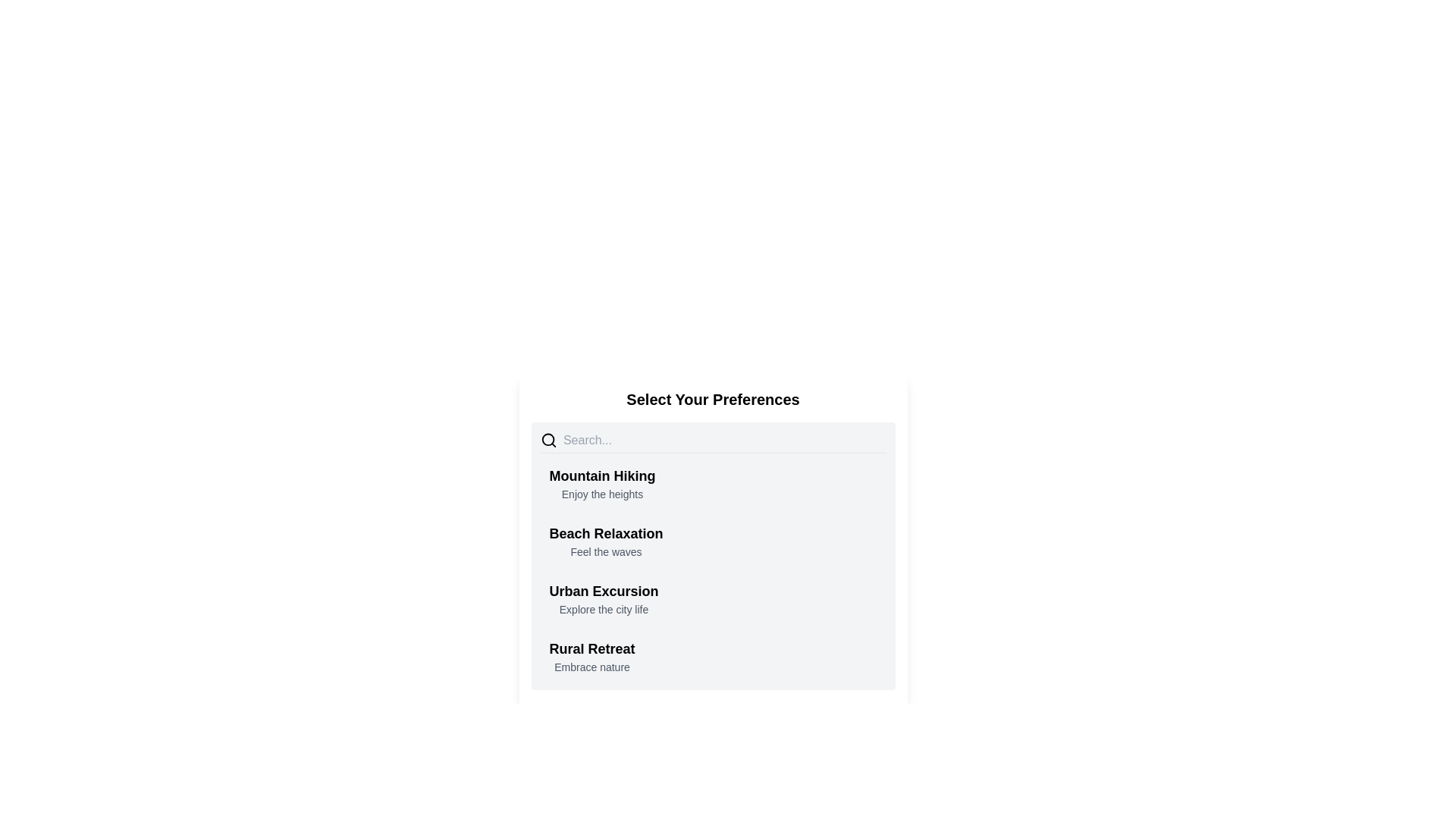  What do you see at coordinates (712, 399) in the screenshot?
I see `the bold, large-text header reading 'Select Your Preferences' that is centered within a white rectangular card at the top of the content card` at bounding box center [712, 399].